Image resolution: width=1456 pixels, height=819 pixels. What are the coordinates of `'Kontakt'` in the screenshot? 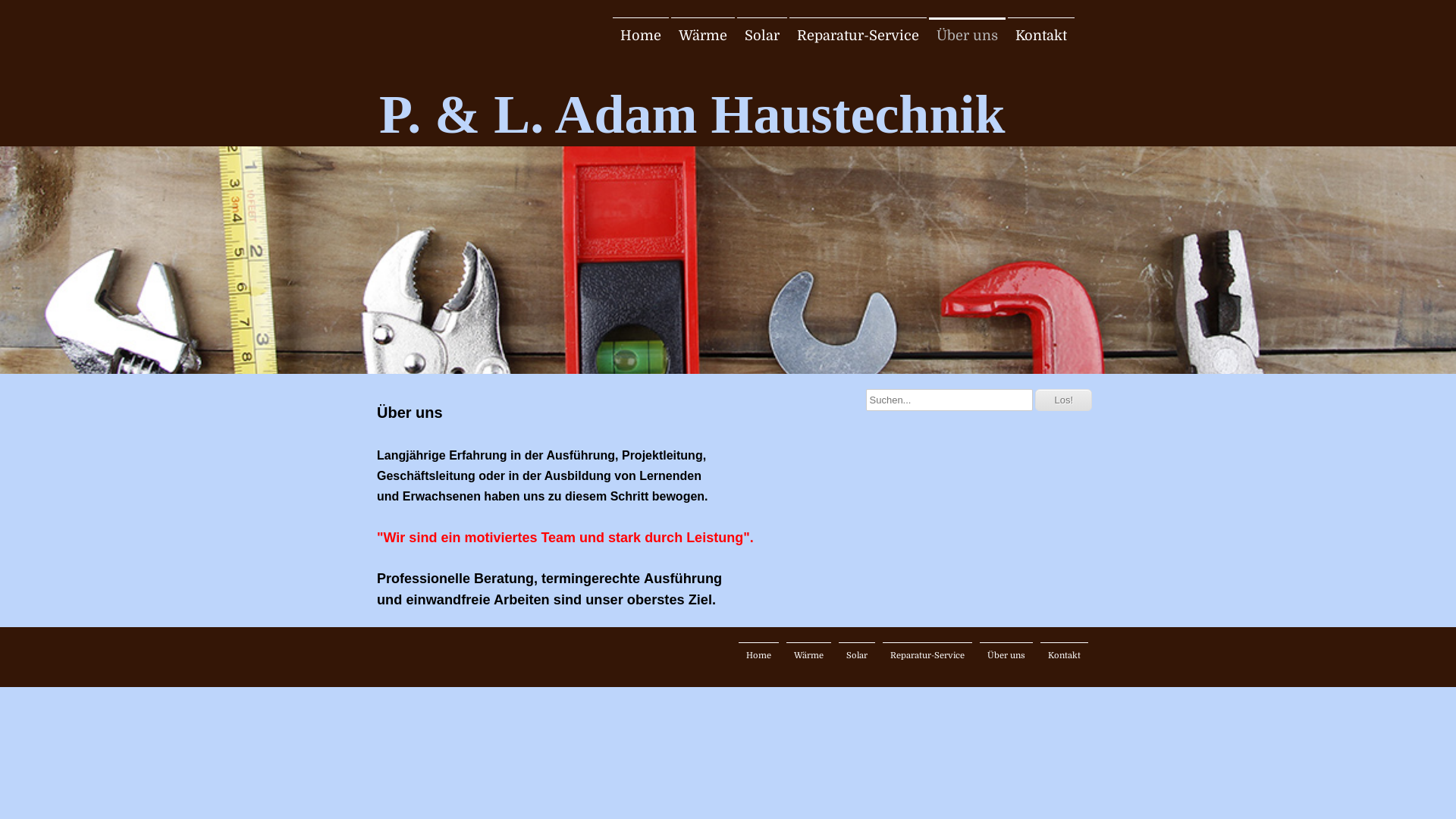 It's located at (1040, 654).